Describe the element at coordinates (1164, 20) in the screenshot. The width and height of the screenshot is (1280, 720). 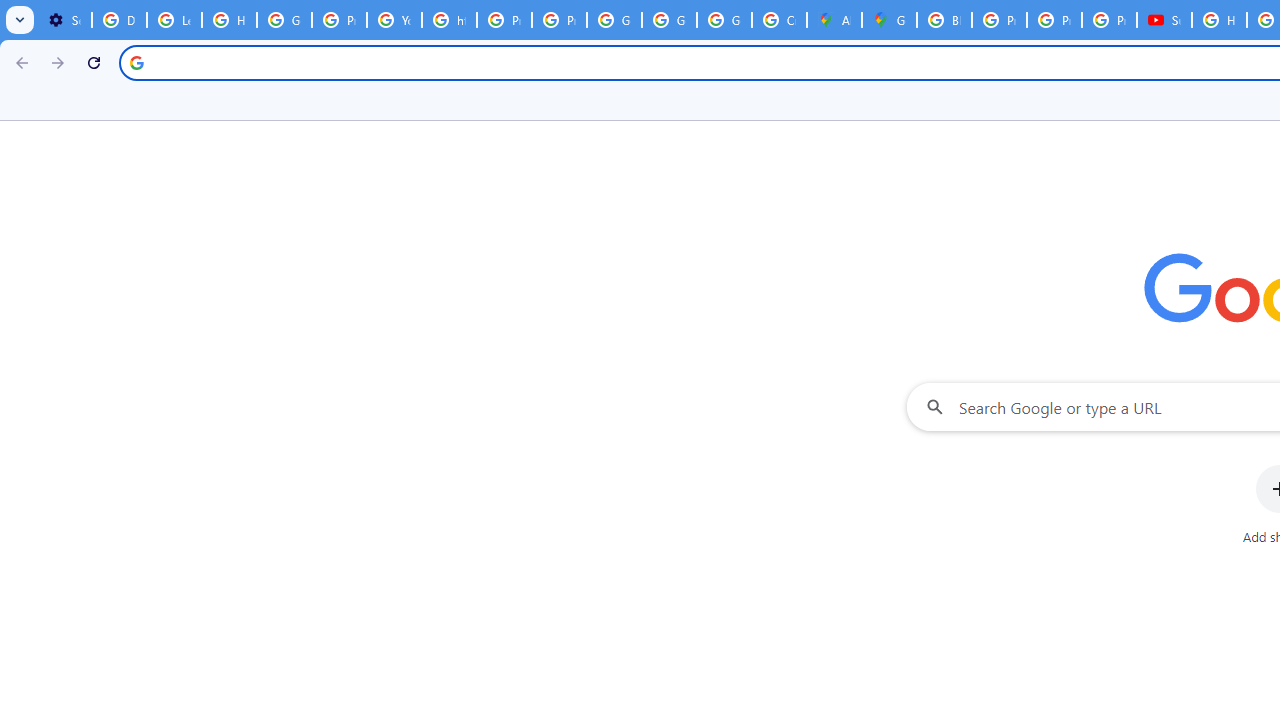
I see `'Subscriptions - YouTube'` at that location.